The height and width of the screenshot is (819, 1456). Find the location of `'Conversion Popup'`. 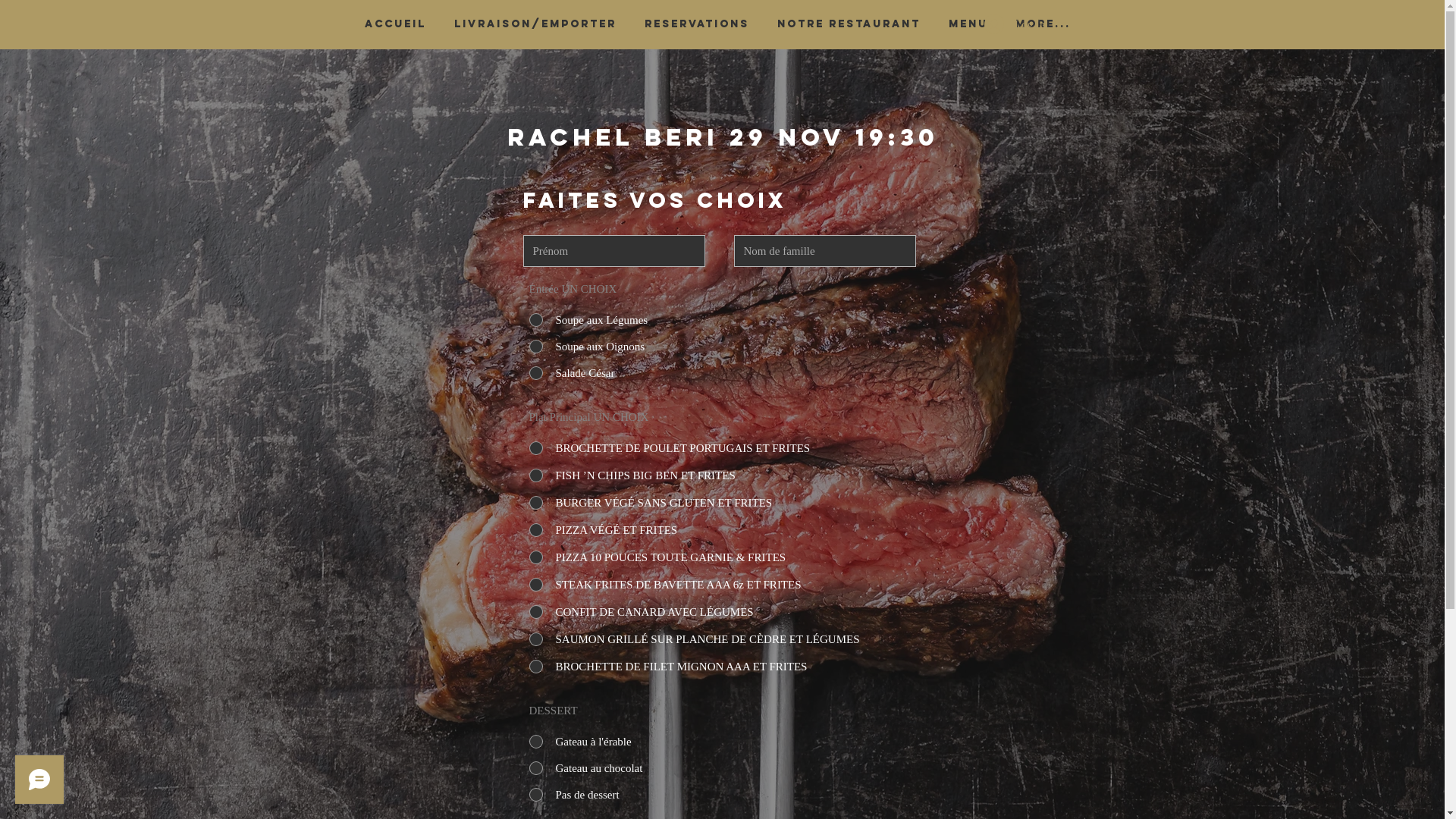

'Conversion Popup' is located at coordinates (722, 14).